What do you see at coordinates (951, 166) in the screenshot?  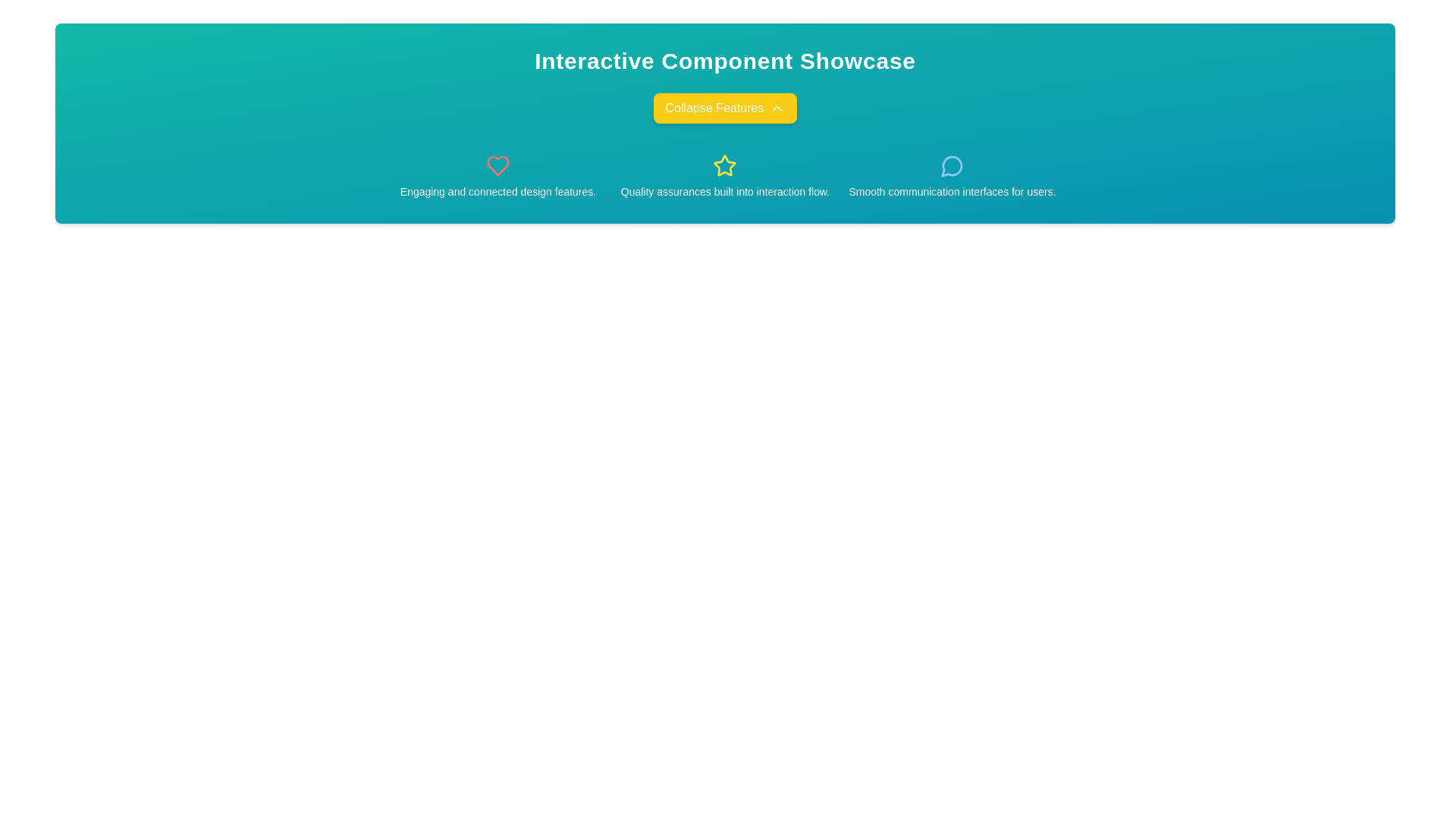 I see `the descriptive text underneath the messaging icon, which is the fourth icon in a row of four interactive symbols` at bounding box center [951, 166].